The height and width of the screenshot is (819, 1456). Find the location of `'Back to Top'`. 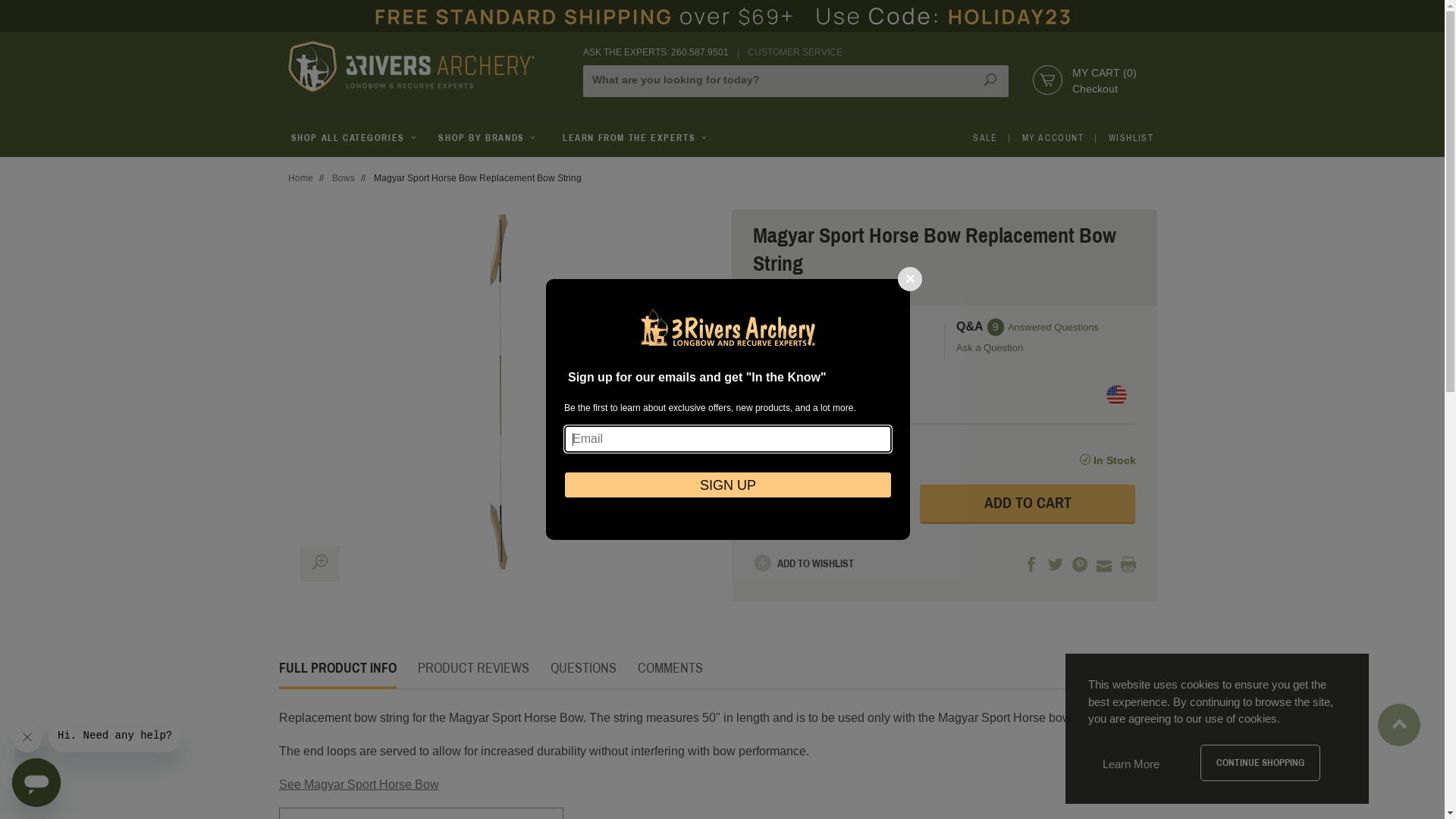

'Back to Top' is located at coordinates (1398, 724).